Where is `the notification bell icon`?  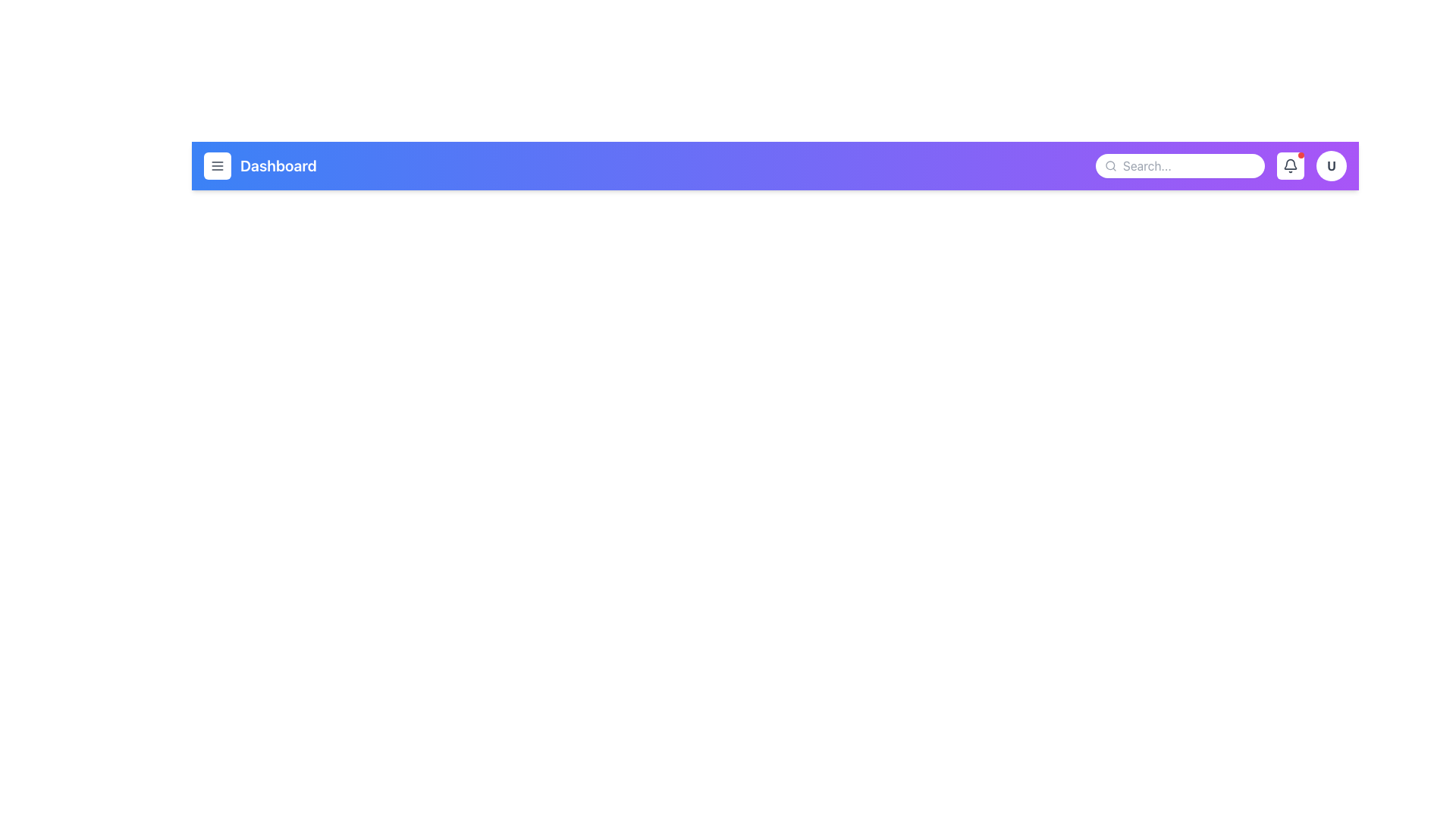 the notification bell icon is located at coordinates (1290, 166).